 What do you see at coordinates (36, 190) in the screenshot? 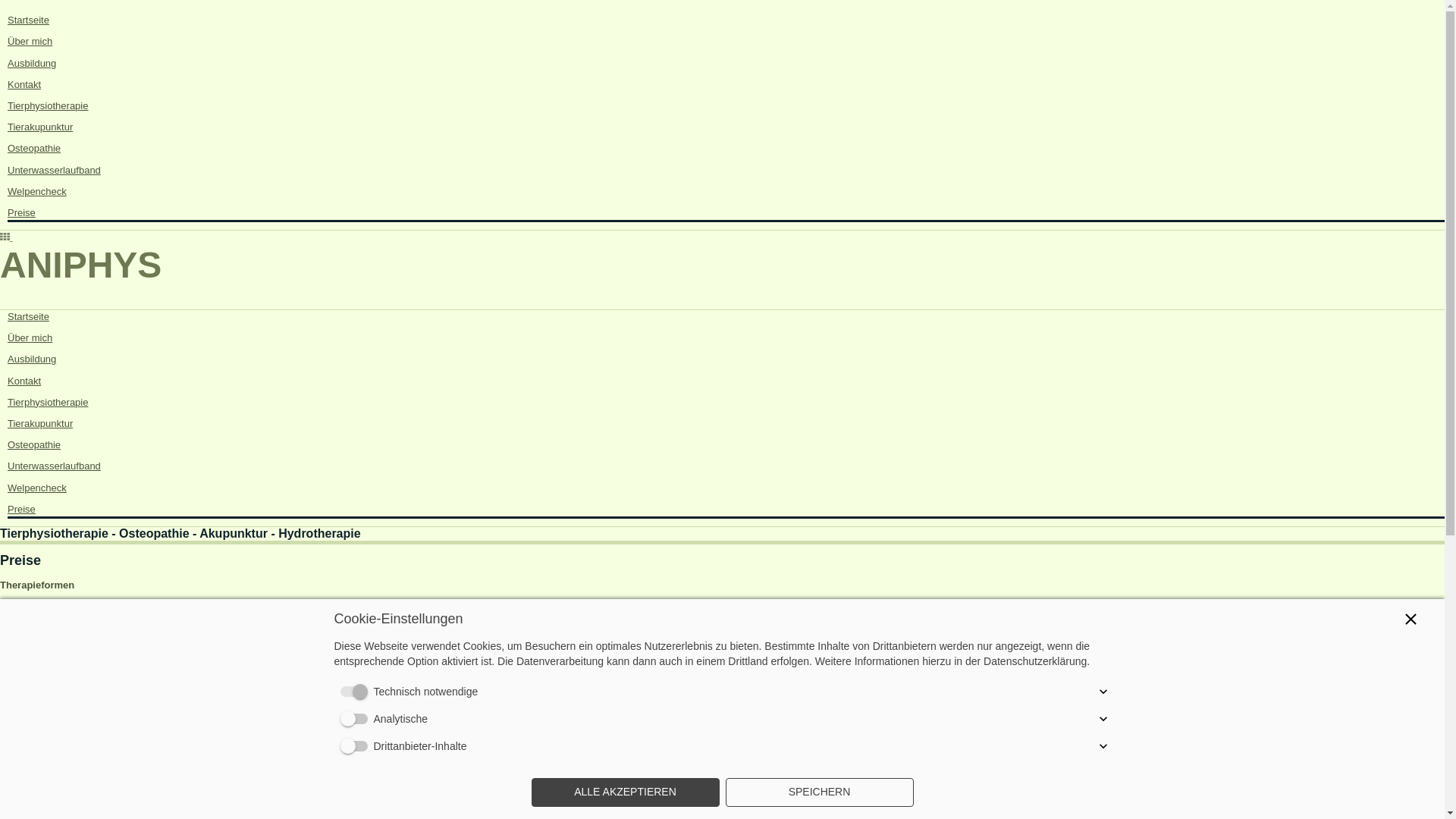
I see `'Welpencheck'` at bounding box center [36, 190].